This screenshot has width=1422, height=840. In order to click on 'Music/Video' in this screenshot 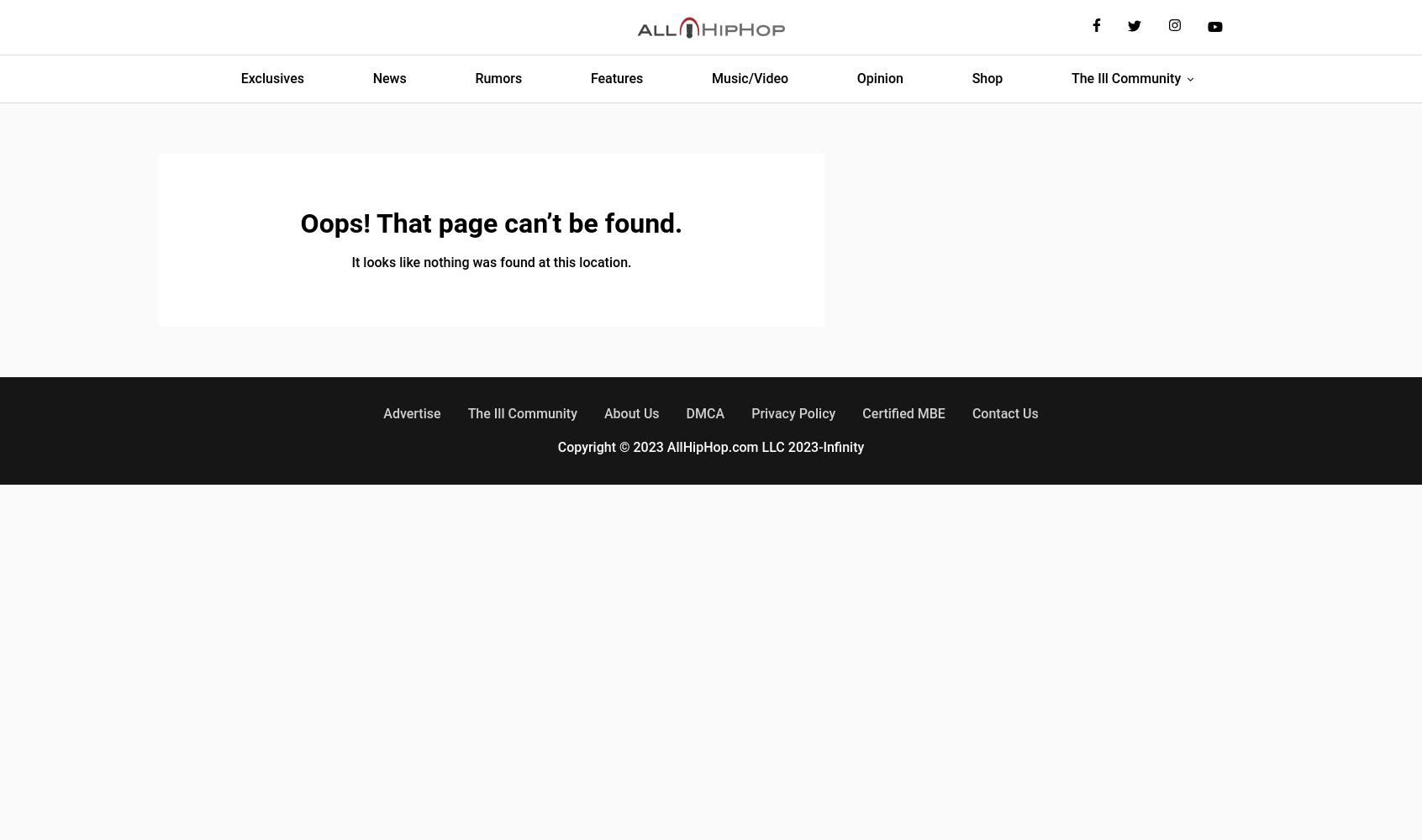, I will do `click(749, 77)`.